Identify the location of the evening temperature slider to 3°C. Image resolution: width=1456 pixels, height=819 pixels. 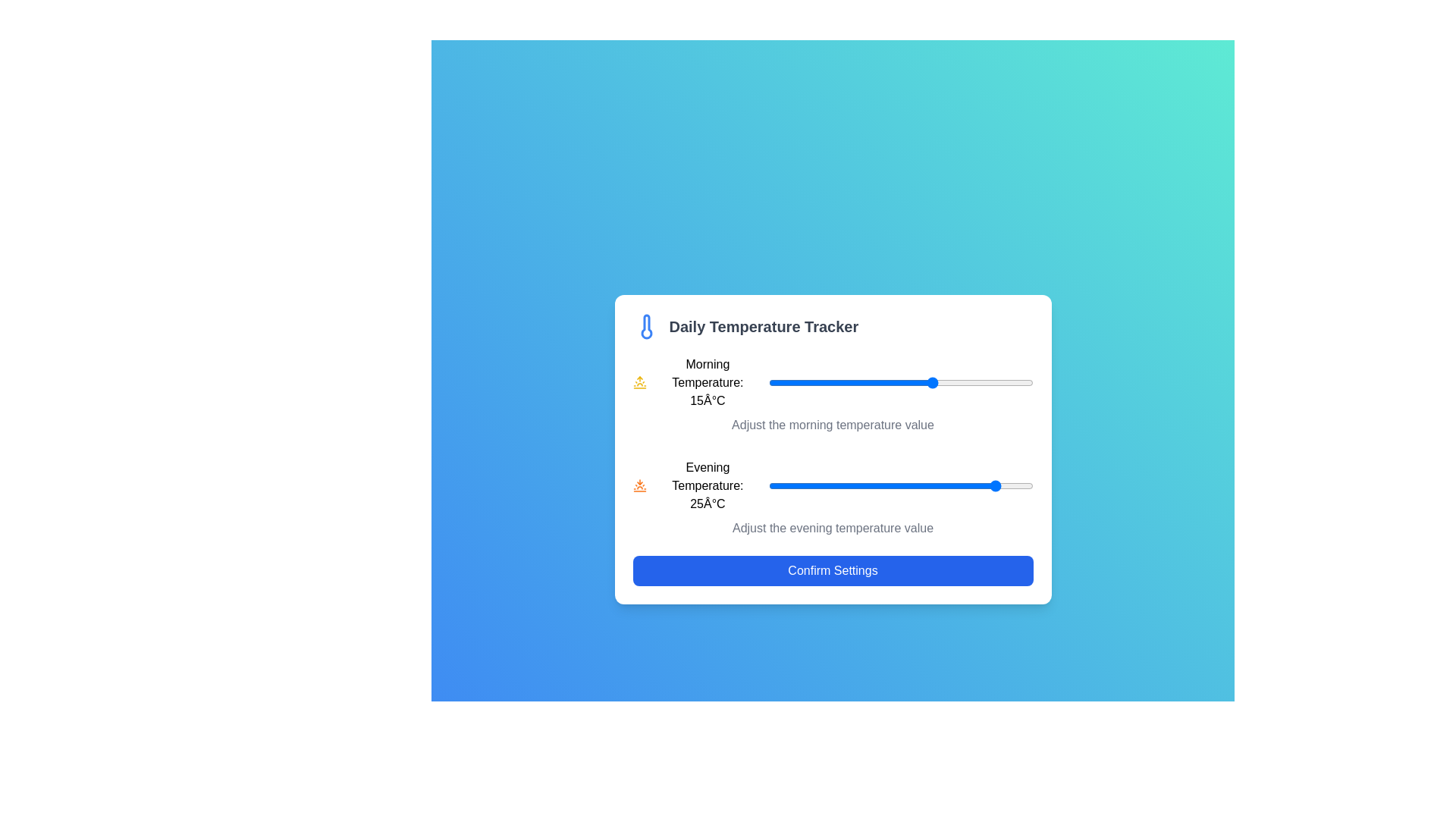
(855, 485).